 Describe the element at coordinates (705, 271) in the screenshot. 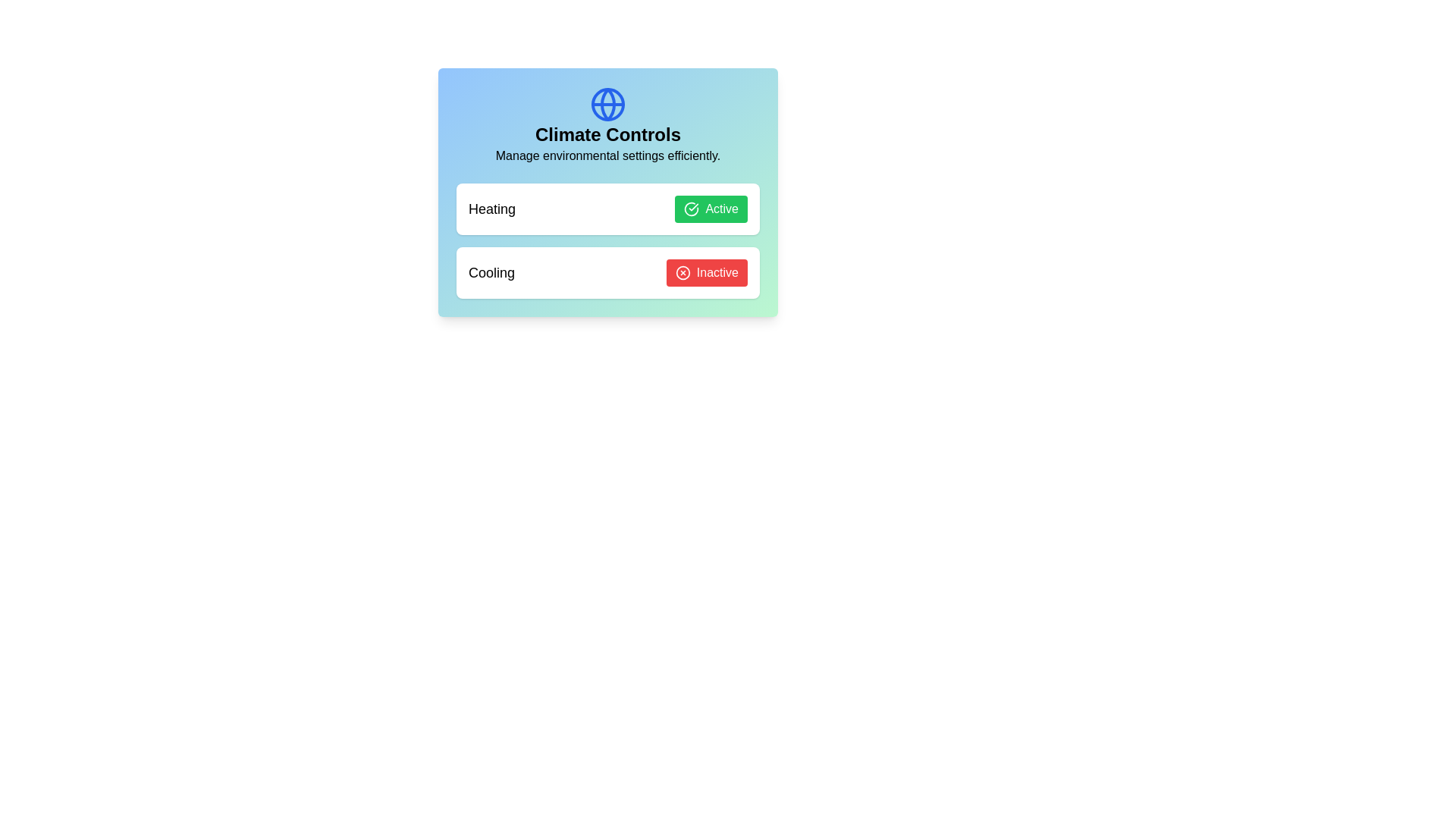

I see `the button labeled Inactive to observe its hover effect` at that location.